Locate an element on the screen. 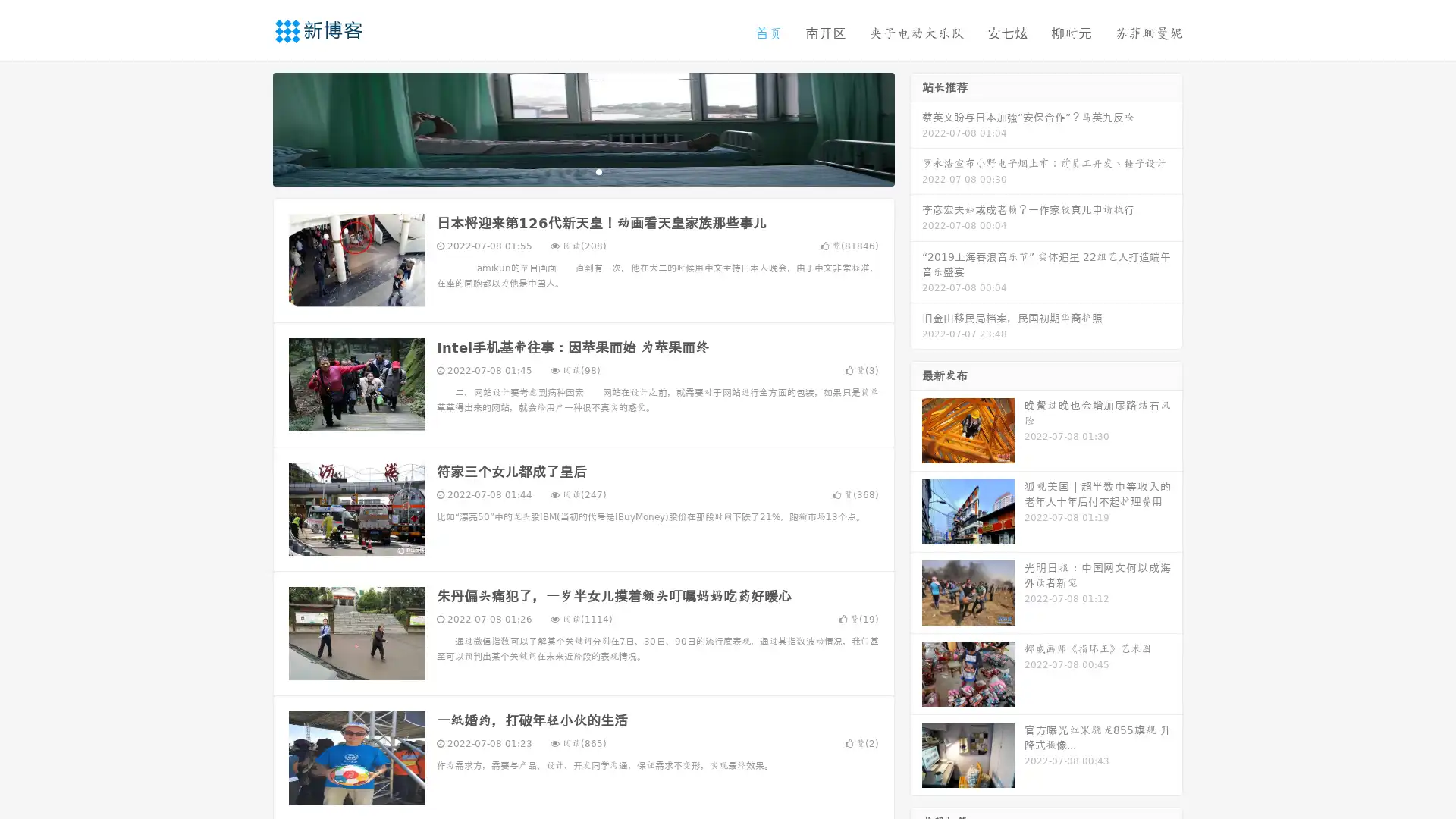 The image size is (1456, 819). Go to slide 1 is located at coordinates (567, 171).